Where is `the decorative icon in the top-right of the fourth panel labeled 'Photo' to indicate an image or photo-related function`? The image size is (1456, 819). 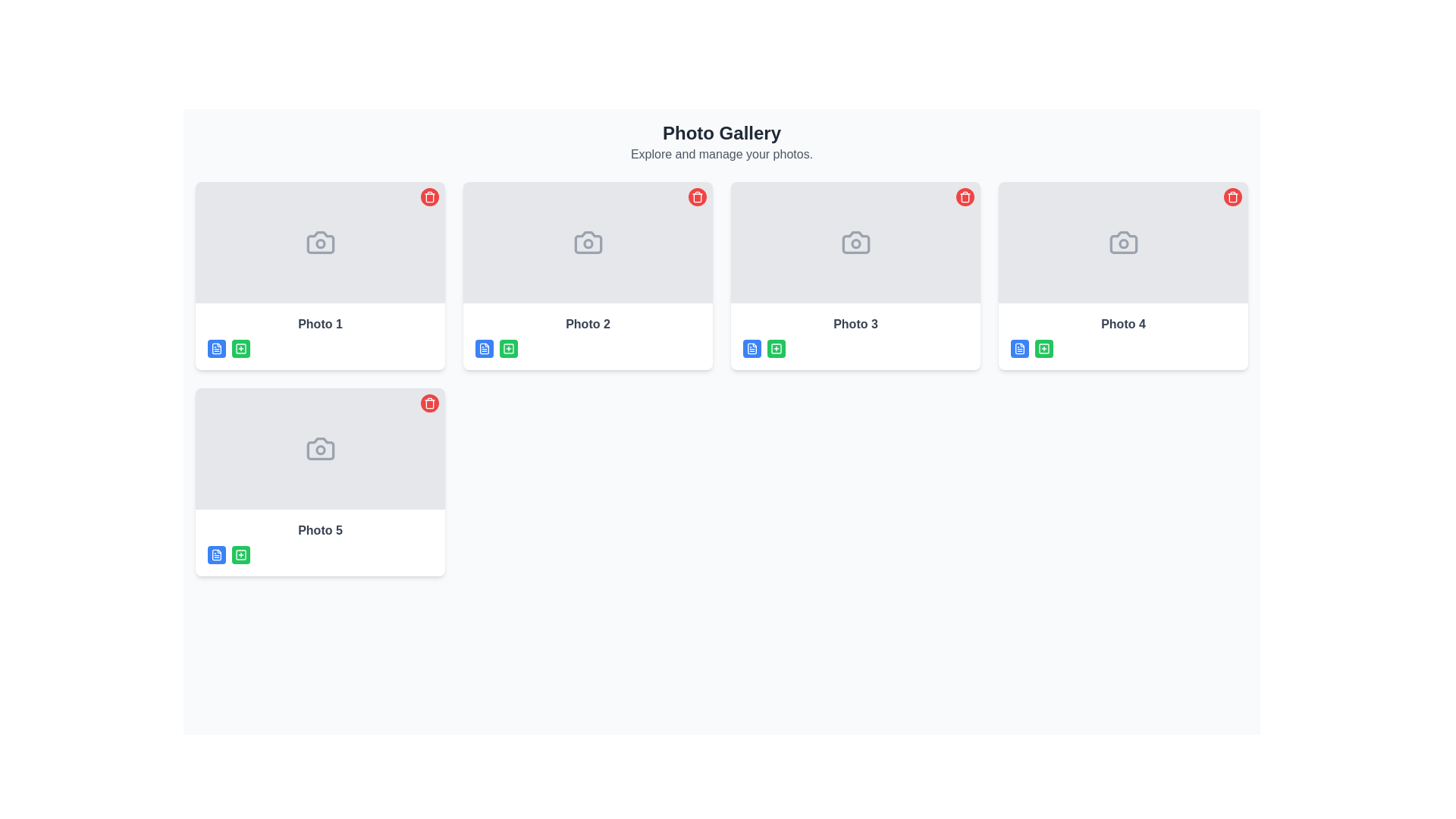
the decorative icon in the top-right of the fourth panel labeled 'Photo' to indicate an image or photo-related function is located at coordinates (1123, 242).